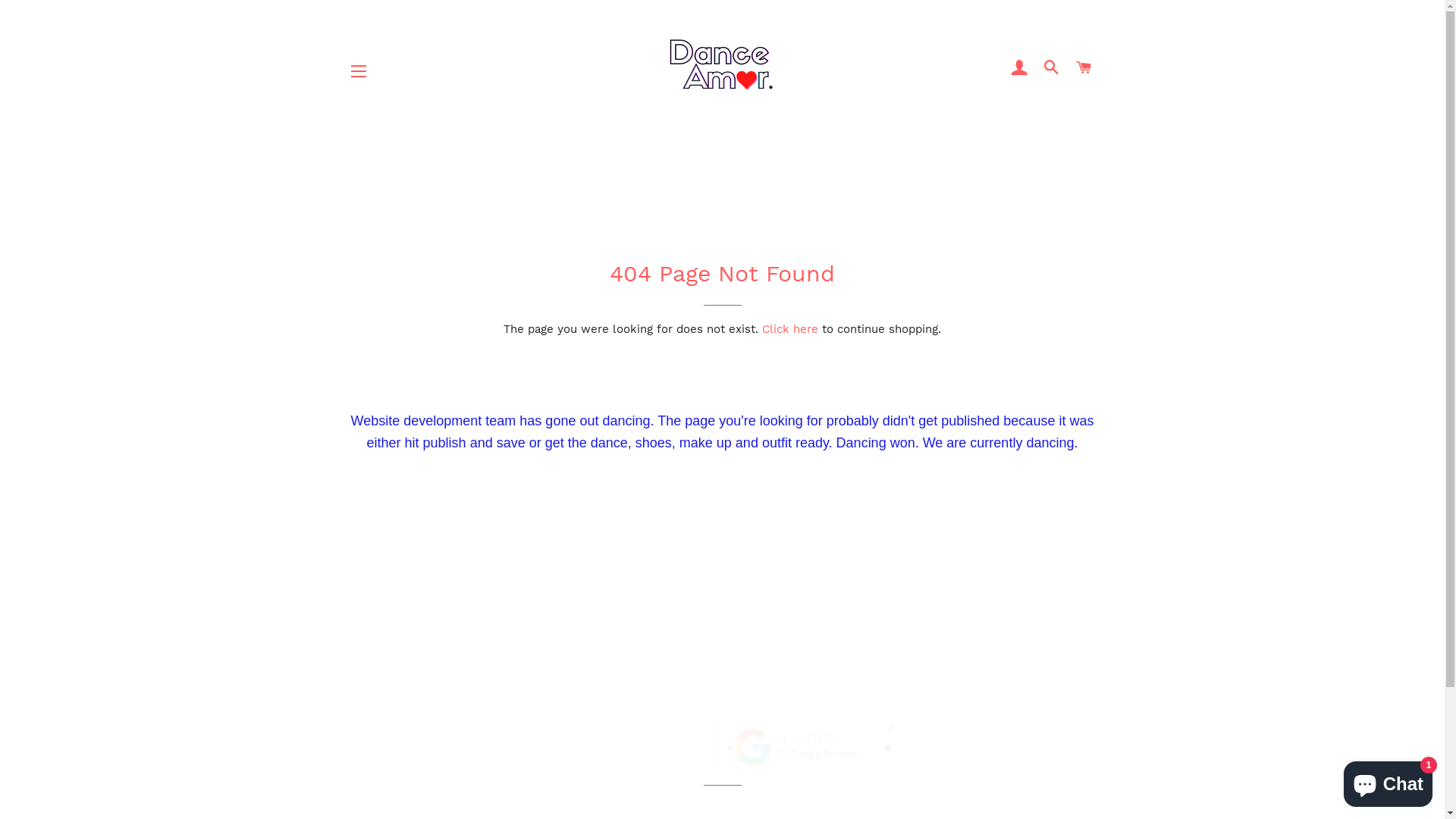  I want to click on 'LOG IN', so click(1019, 67).